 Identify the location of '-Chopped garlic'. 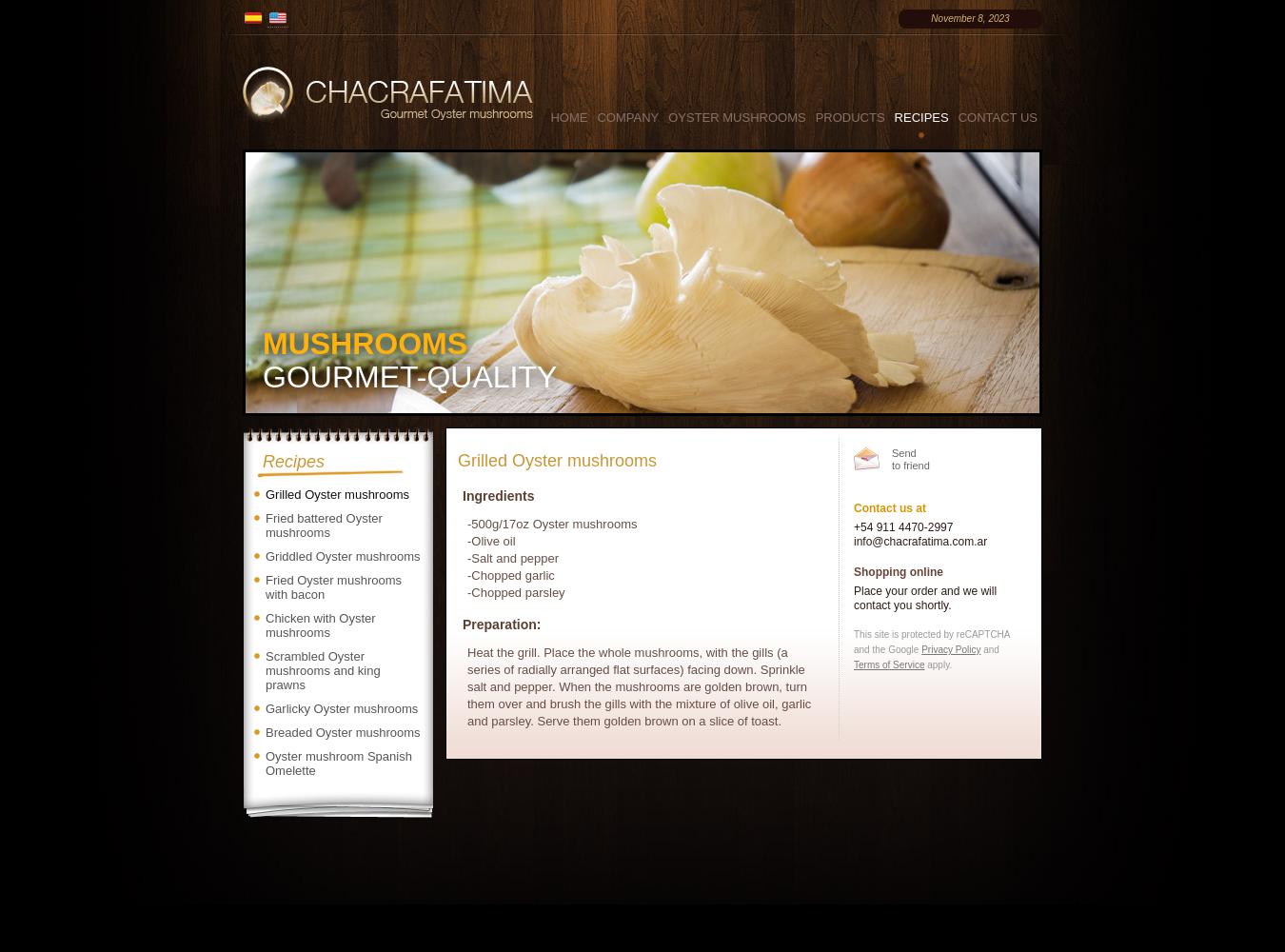
(509, 574).